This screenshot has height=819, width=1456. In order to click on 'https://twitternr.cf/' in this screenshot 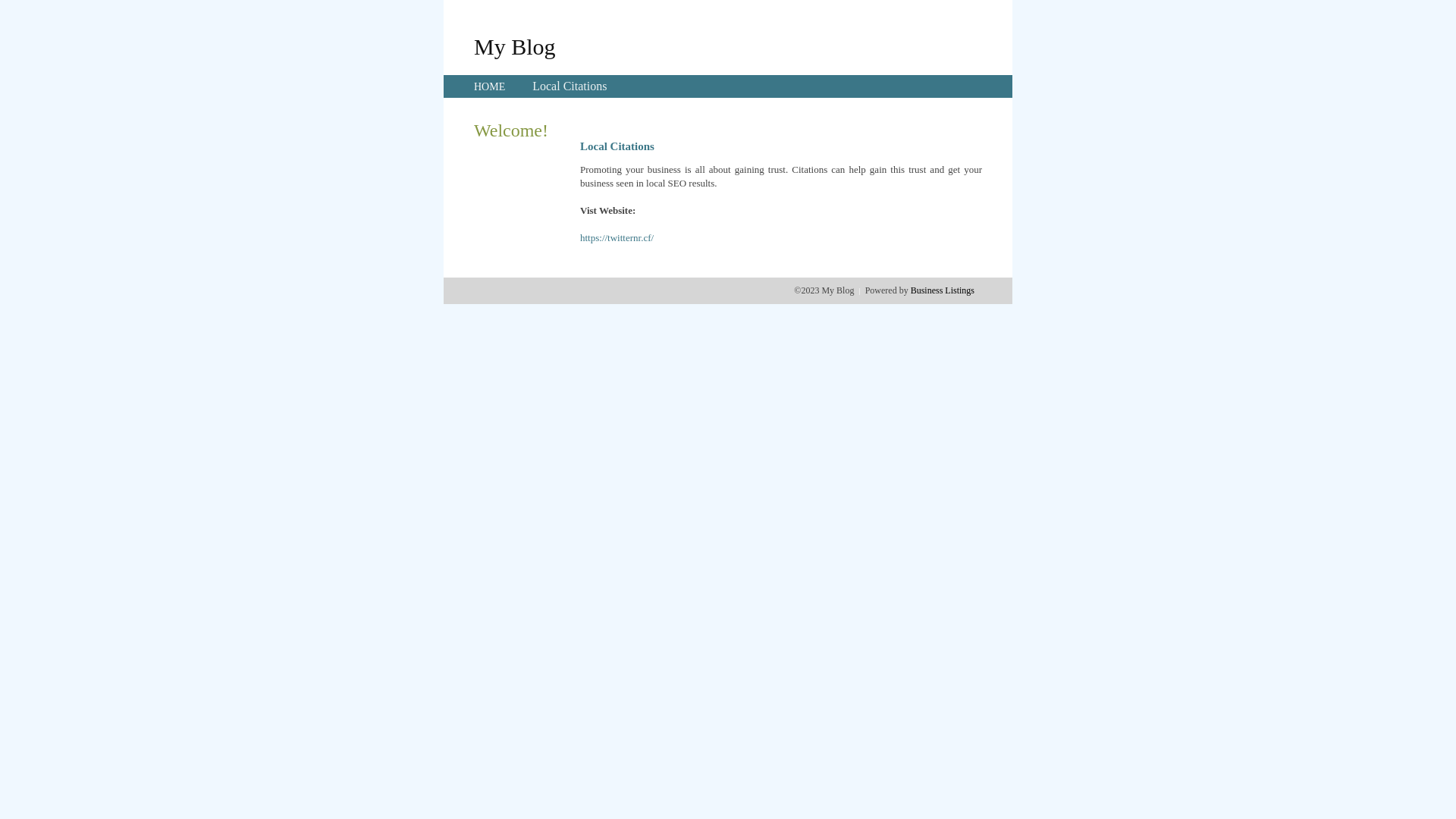, I will do `click(617, 237)`.